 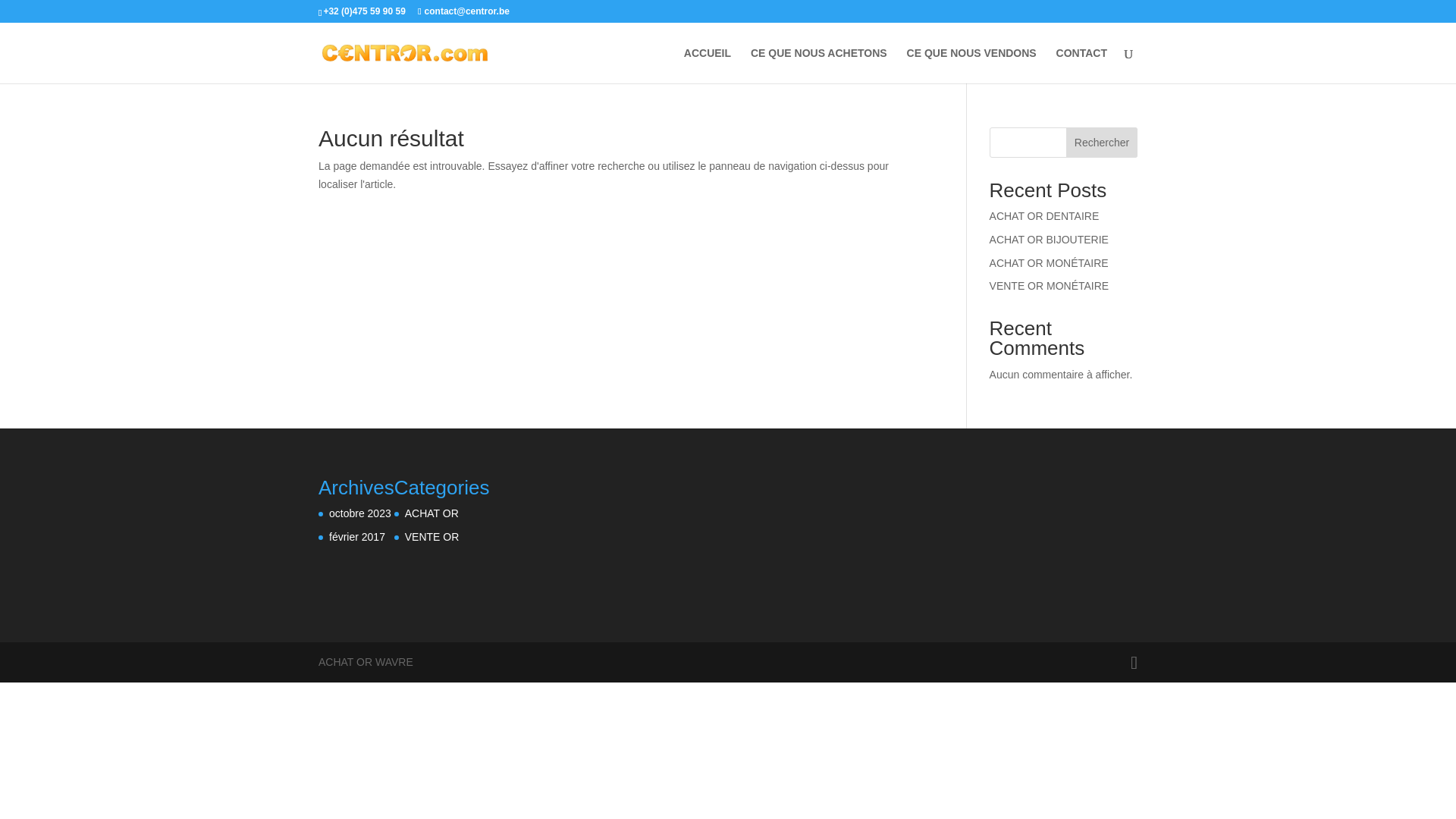 I want to click on 'CE QUE NOUS ACHETONS', so click(x=818, y=64).